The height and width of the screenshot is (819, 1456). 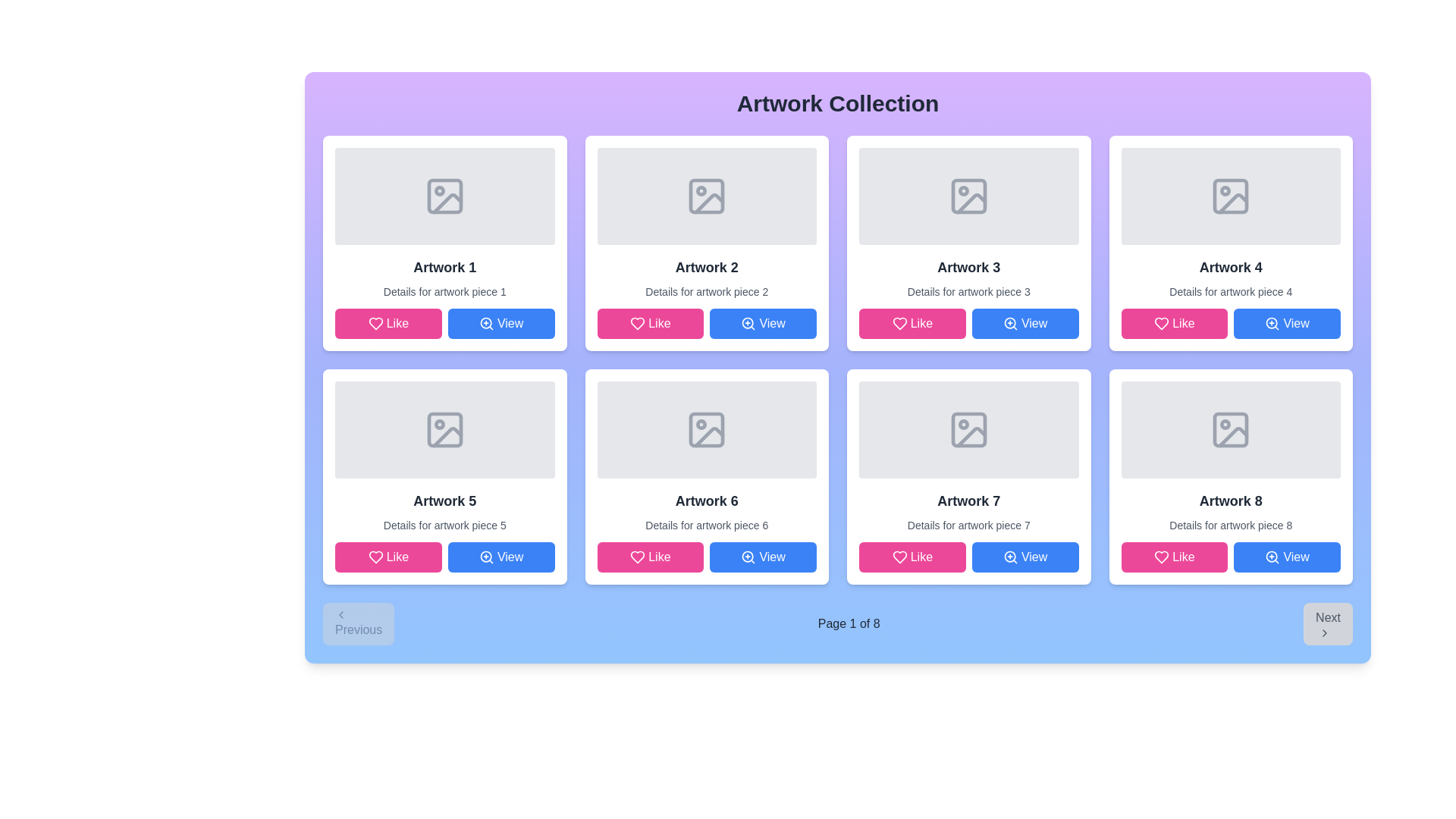 I want to click on the icon in the third card of the top row, which is a placeholder graphic representing an image area within a light gray rounded rectangle labeled 'Artwork 3', so click(x=968, y=195).